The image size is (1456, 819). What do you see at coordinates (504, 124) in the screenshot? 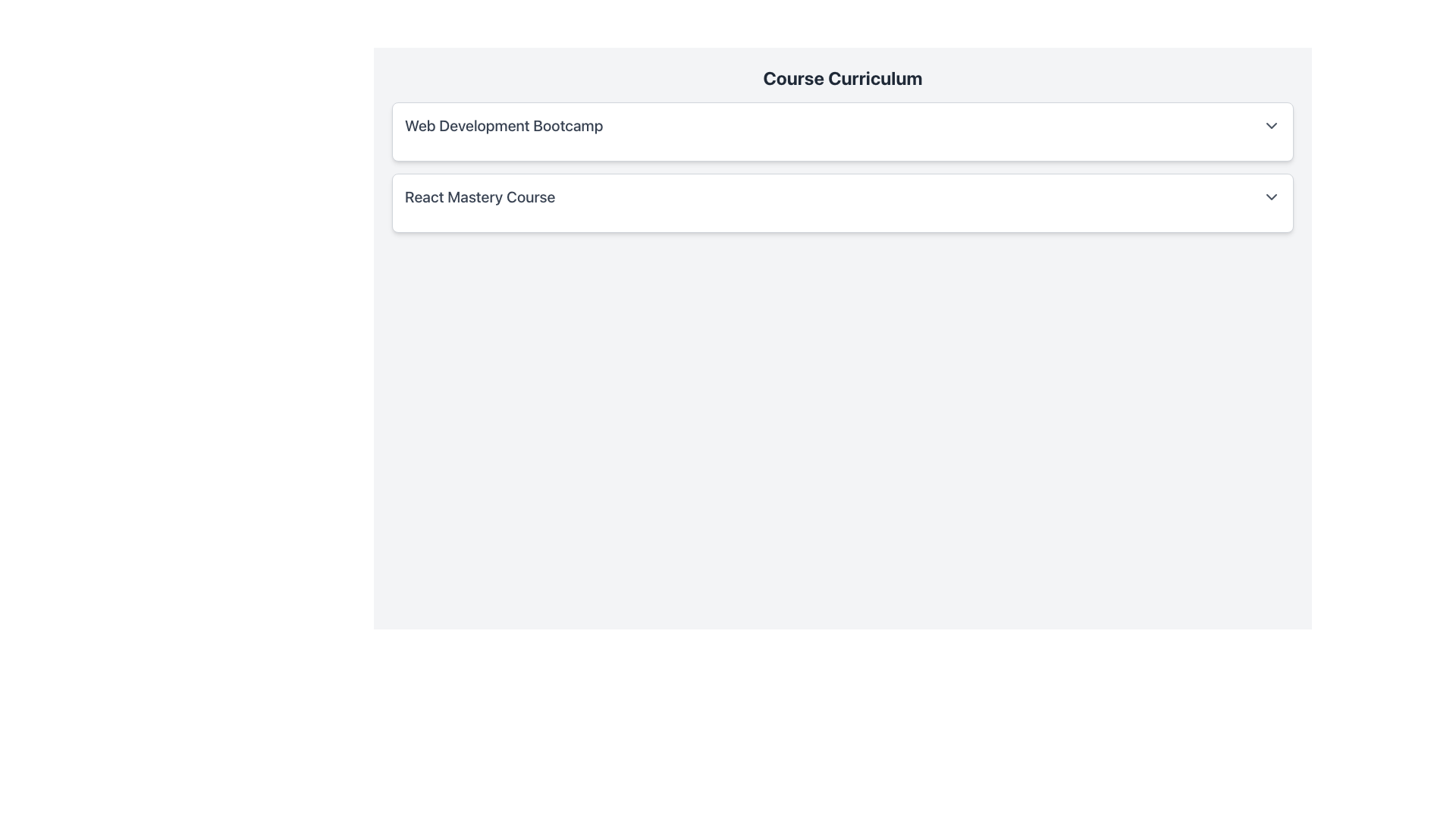
I see `the Text Label representing a course or module title located at the top section of a list` at bounding box center [504, 124].